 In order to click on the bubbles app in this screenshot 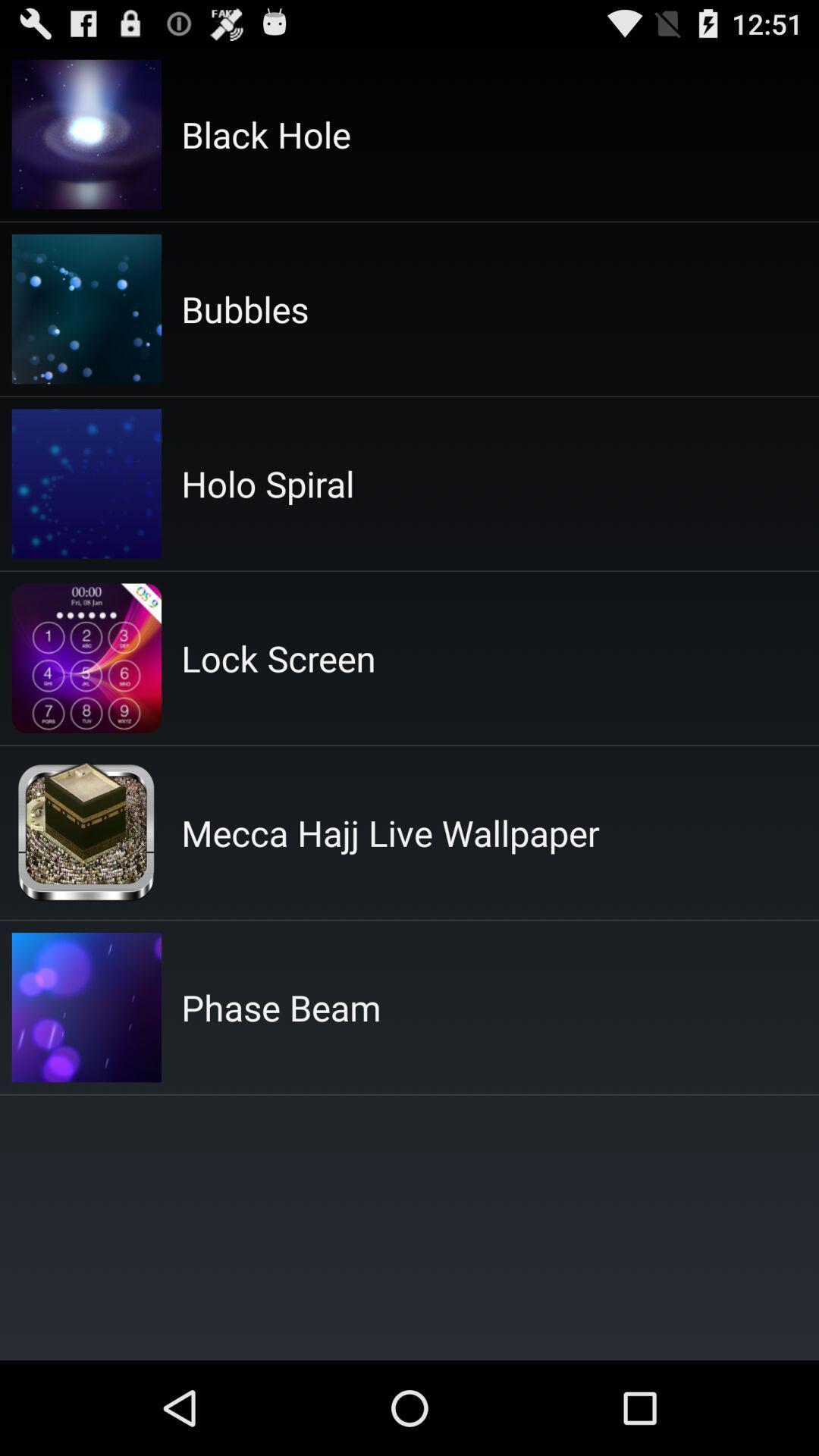, I will do `click(244, 308)`.